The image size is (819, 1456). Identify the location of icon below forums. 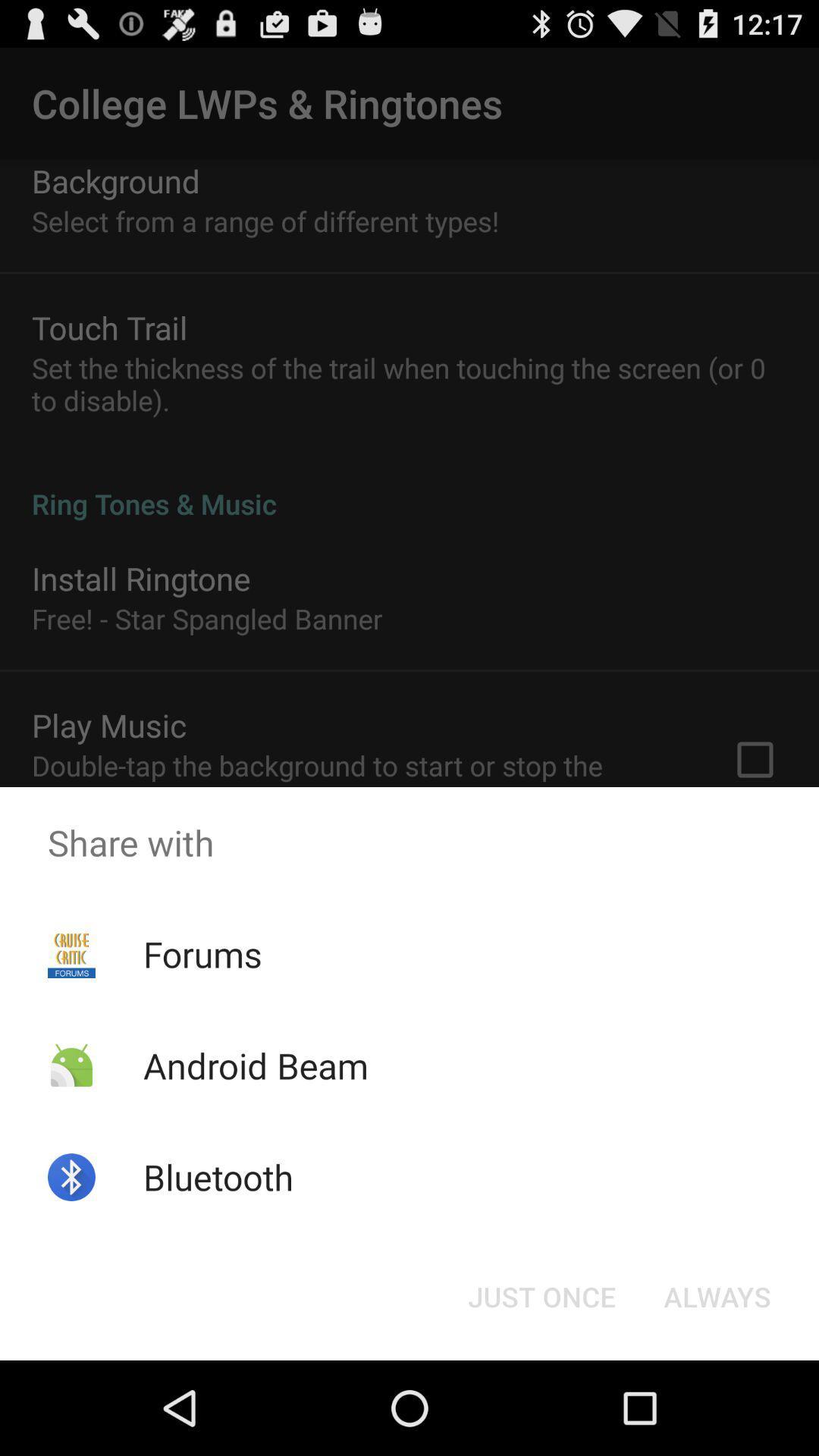
(255, 1065).